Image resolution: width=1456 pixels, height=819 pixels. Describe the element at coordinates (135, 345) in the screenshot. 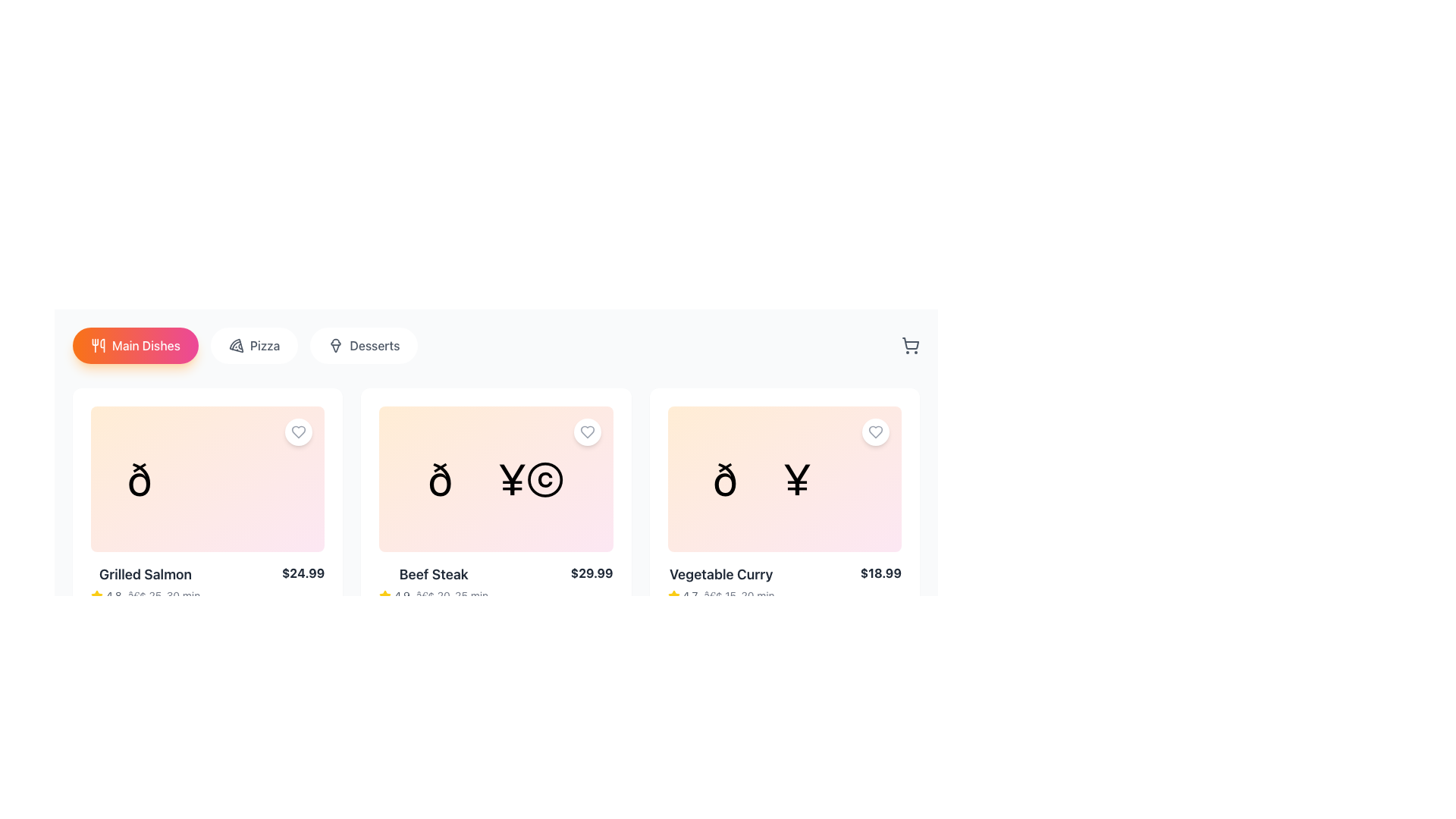

I see `the 'Main Dishes' button, which is a rounded rectangle with a gradient background from orange to pink, featuring a white utensils icon and white text on the right` at that location.